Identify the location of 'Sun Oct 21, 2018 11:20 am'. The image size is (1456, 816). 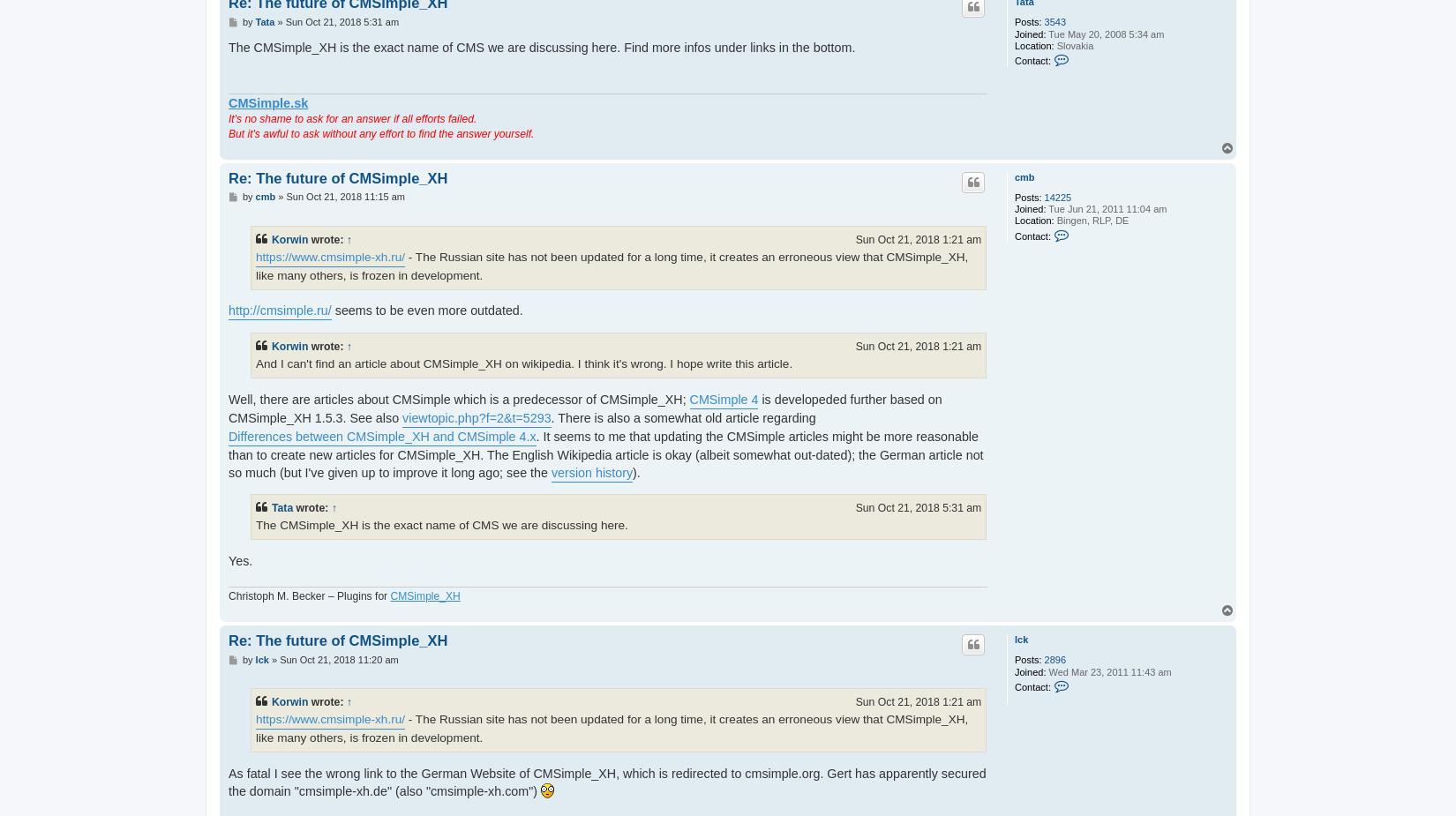
(338, 659).